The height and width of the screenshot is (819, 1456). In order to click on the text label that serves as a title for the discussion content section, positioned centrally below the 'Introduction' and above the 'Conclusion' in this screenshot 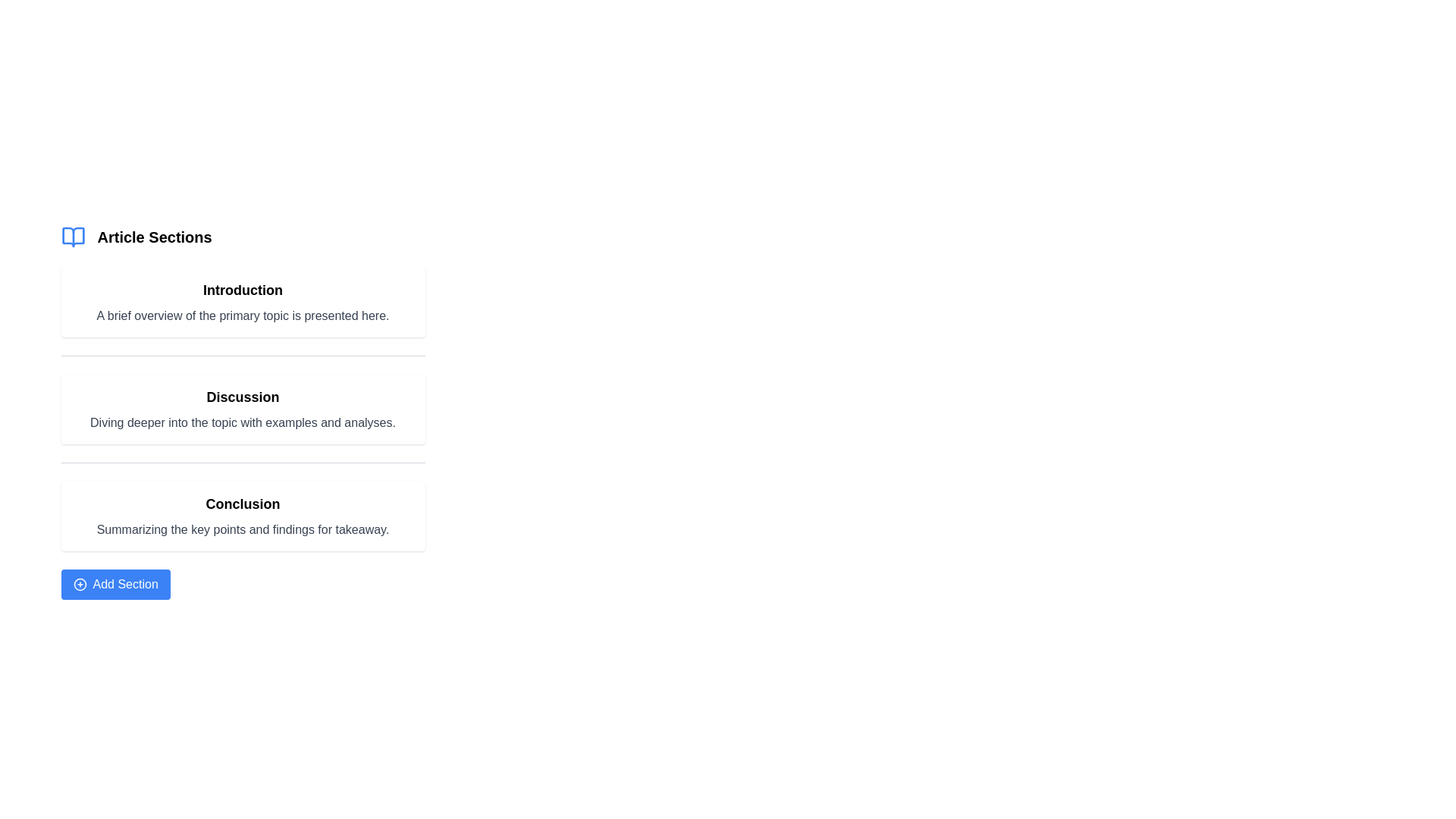, I will do `click(243, 397)`.